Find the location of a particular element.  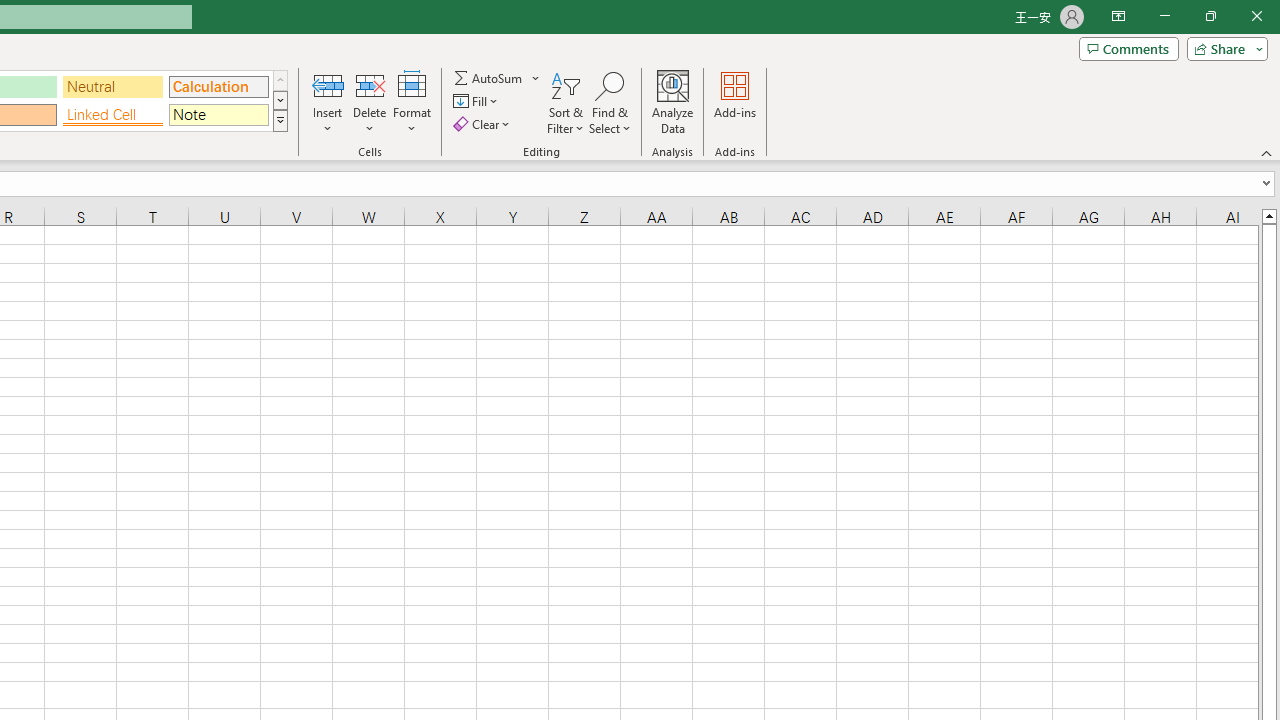

'Share' is located at coordinates (1222, 47).